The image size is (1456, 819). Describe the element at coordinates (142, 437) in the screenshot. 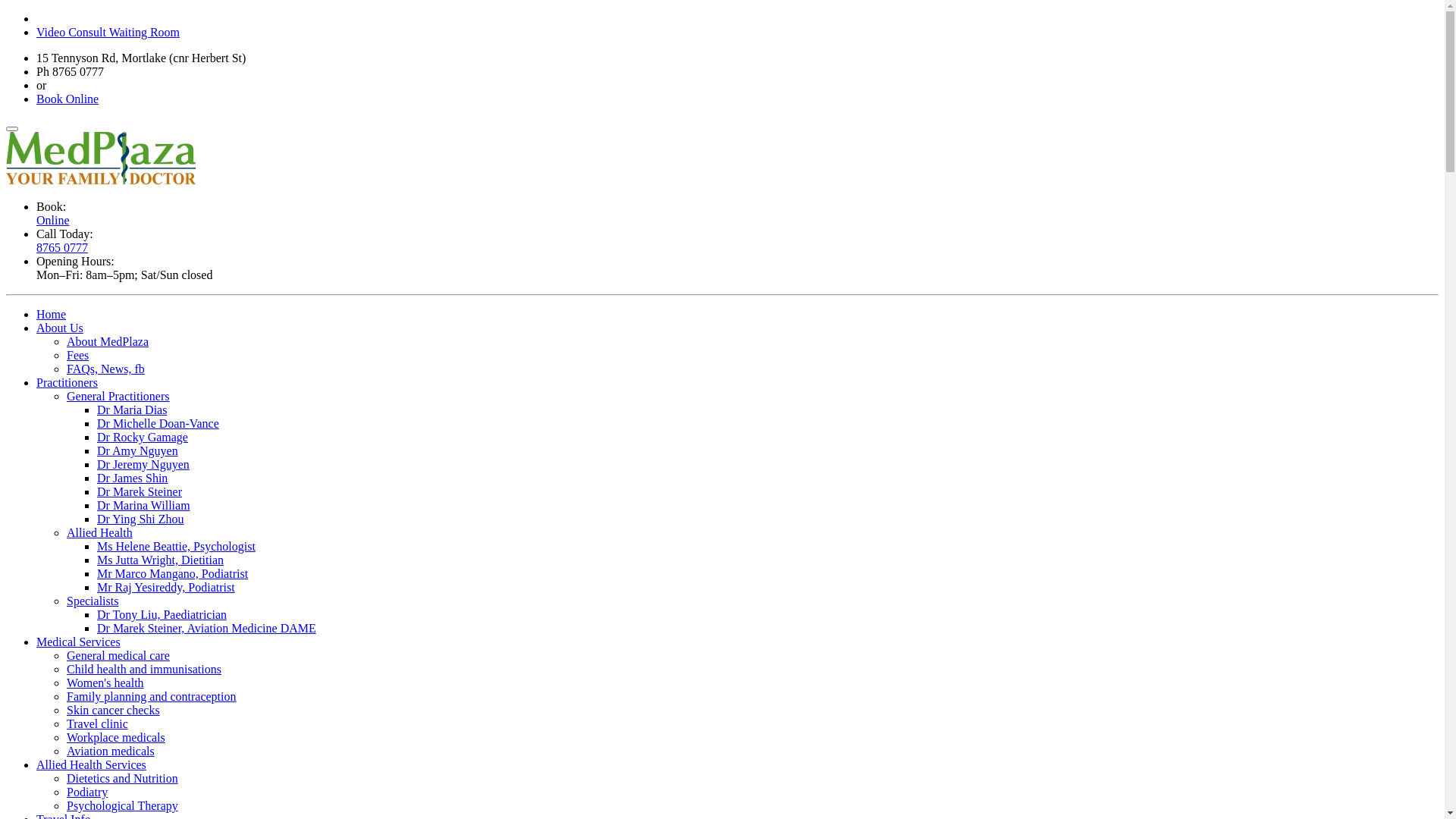

I see `'Dr Rocky Gamage'` at that location.